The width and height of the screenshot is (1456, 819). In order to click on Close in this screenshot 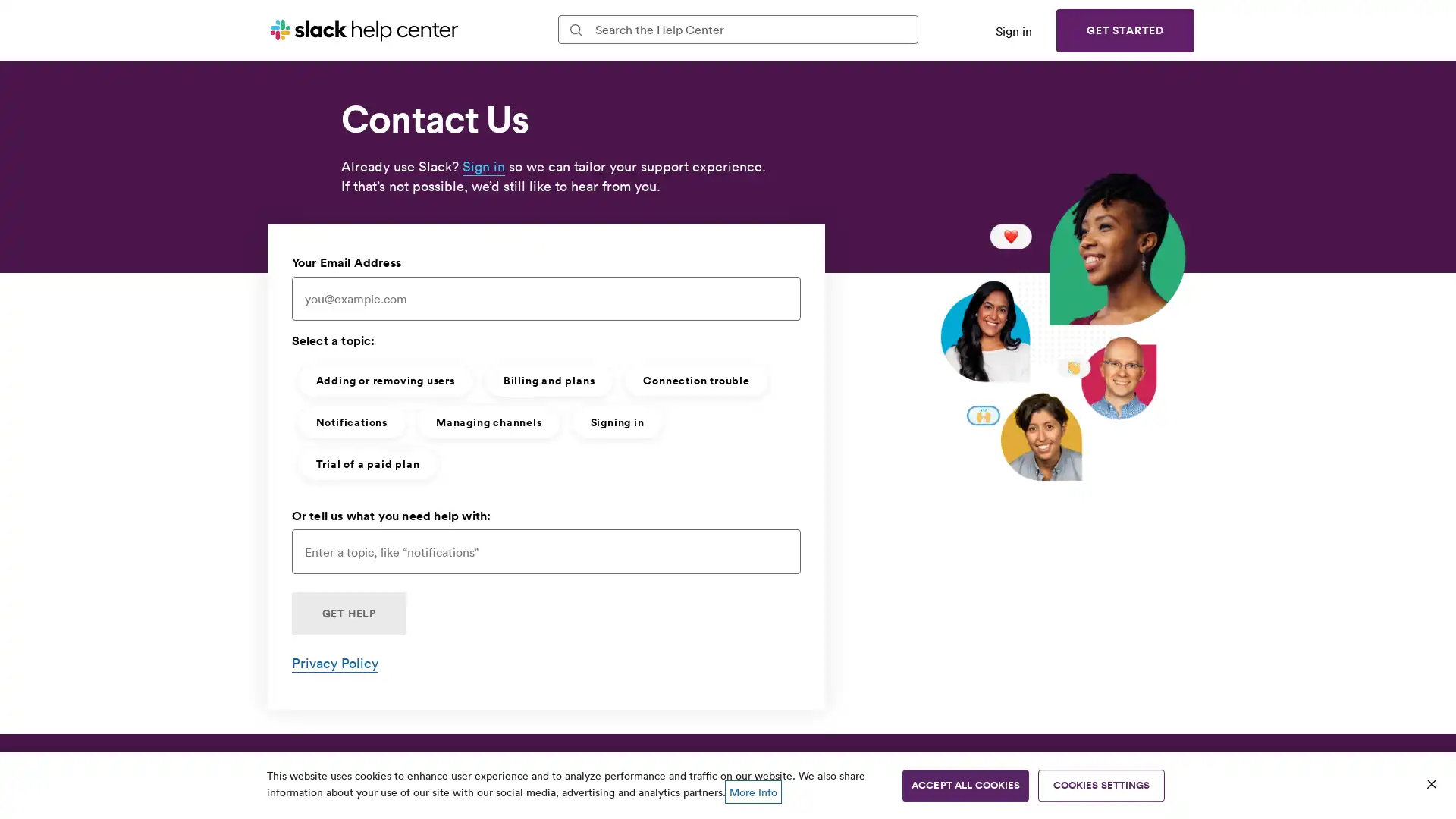, I will do `click(1430, 783)`.